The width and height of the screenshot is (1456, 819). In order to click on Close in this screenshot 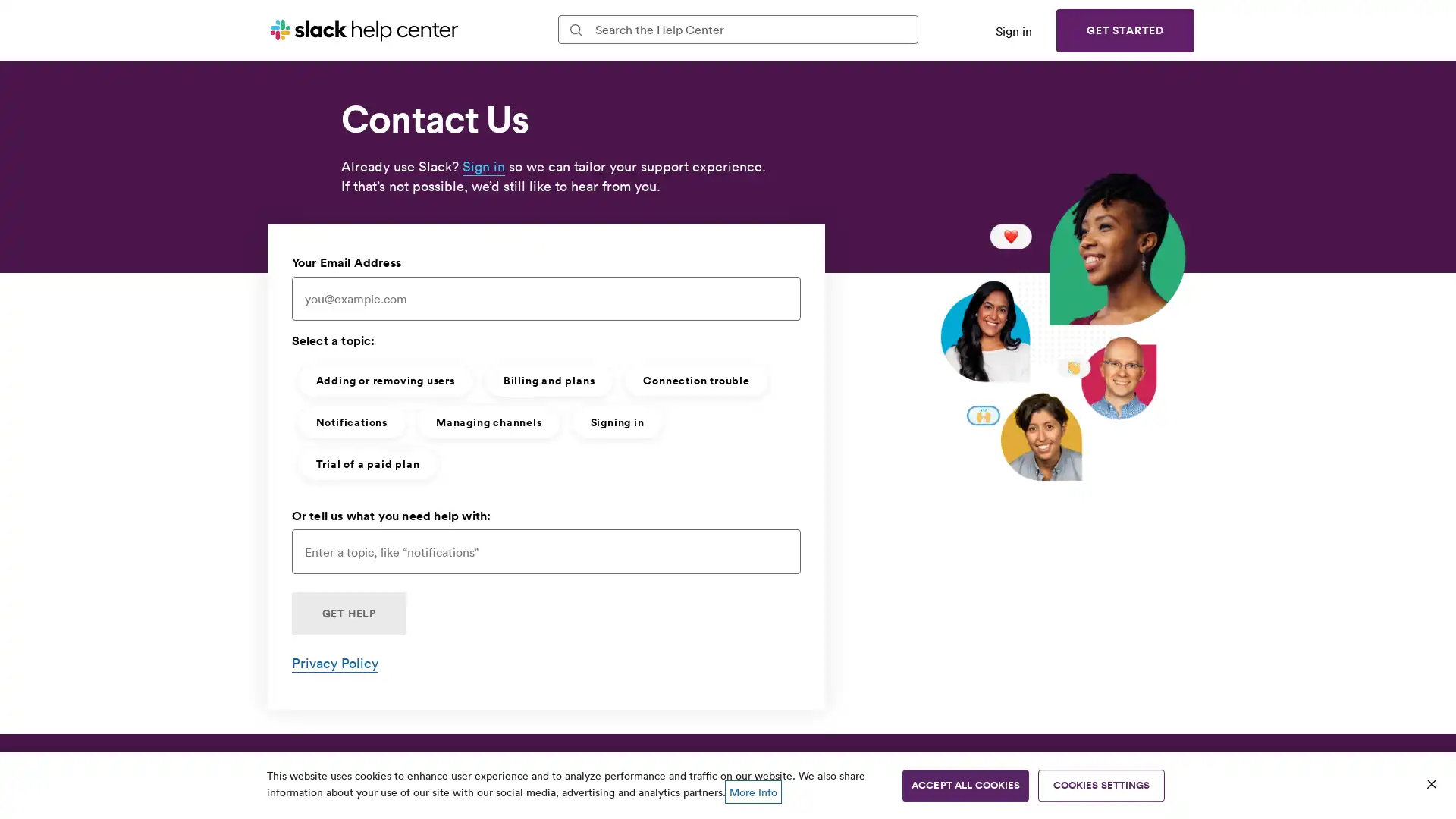, I will do `click(1430, 783)`.